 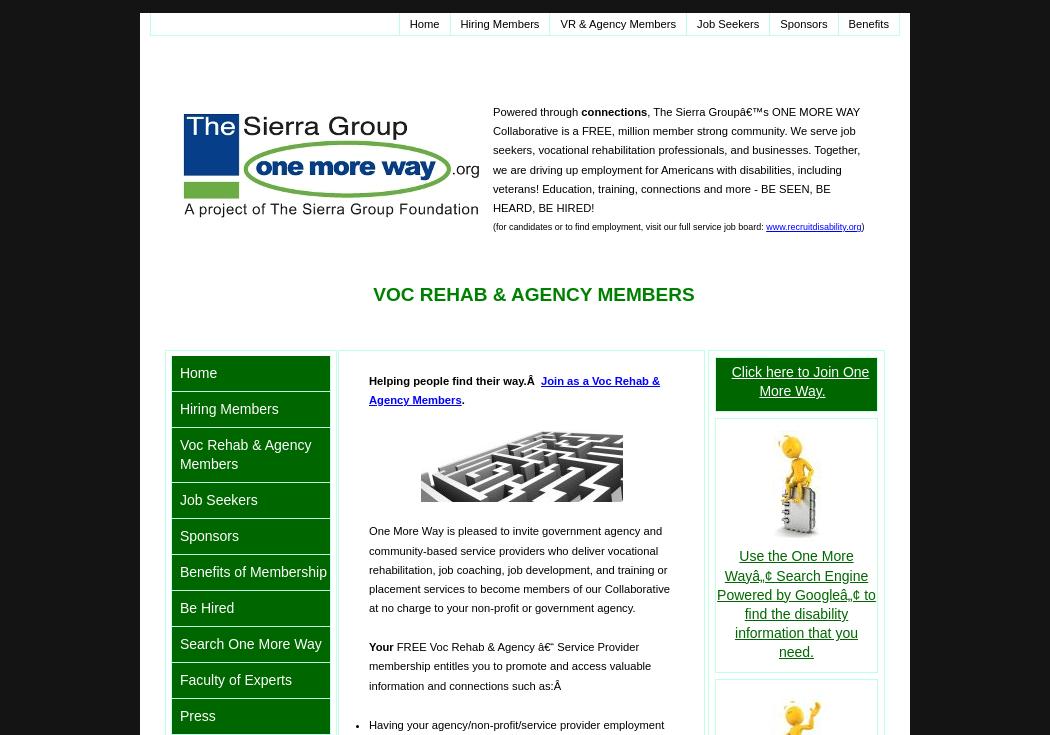 I want to click on 'One  More Way is pleased to invite government agency and community-based service  providers who deliver vocational rehabilitation, job coaching, job development,  and training or placement services to become members of our Collaborative at no  charge to your non-profit or government agency.', so click(x=518, y=568).